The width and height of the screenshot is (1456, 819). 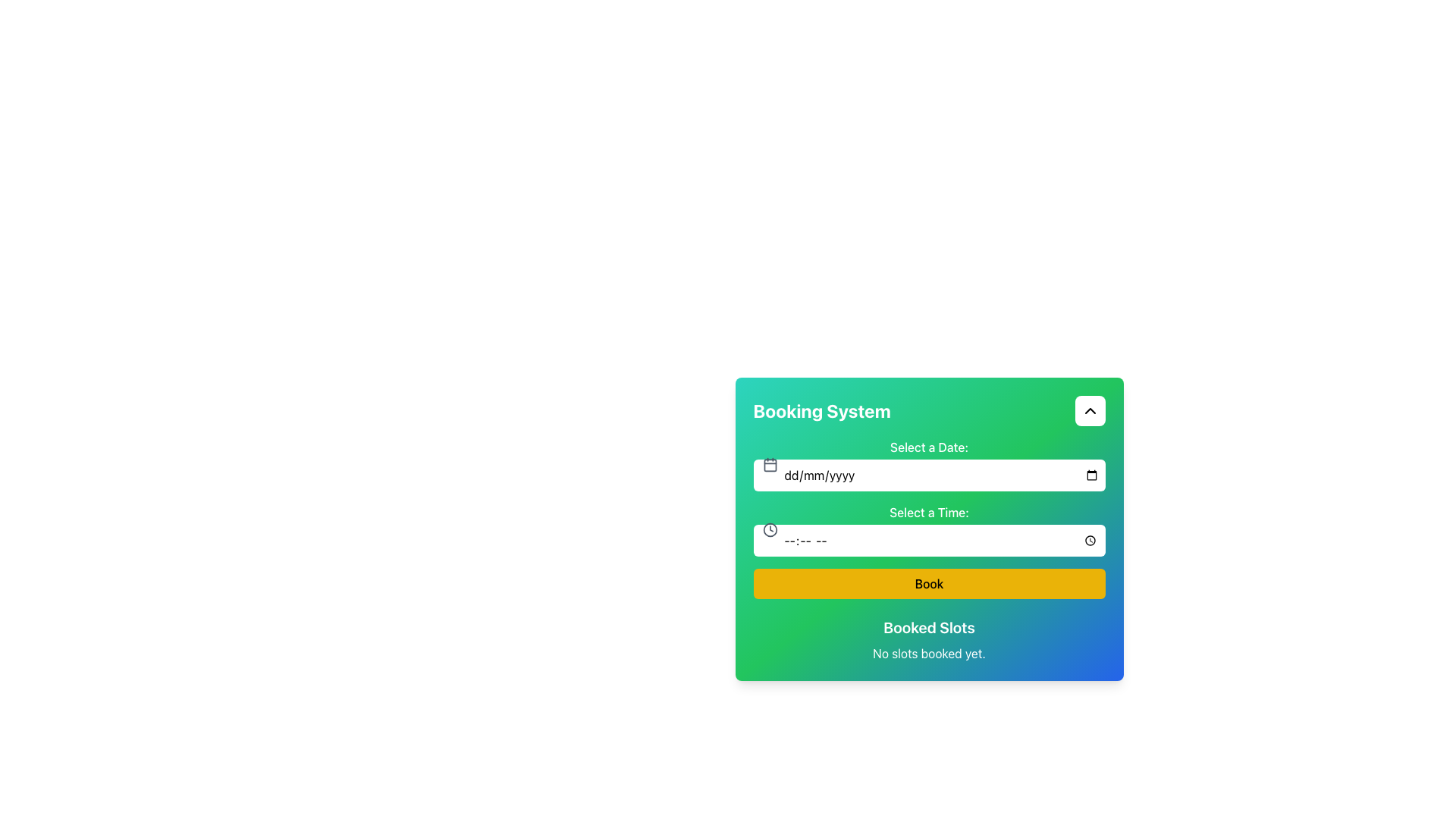 What do you see at coordinates (770, 463) in the screenshot?
I see `the calendar icon located to the left inside the date selection input field, which features a square outline and a smaller calendar shape inside` at bounding box center [770, 463].